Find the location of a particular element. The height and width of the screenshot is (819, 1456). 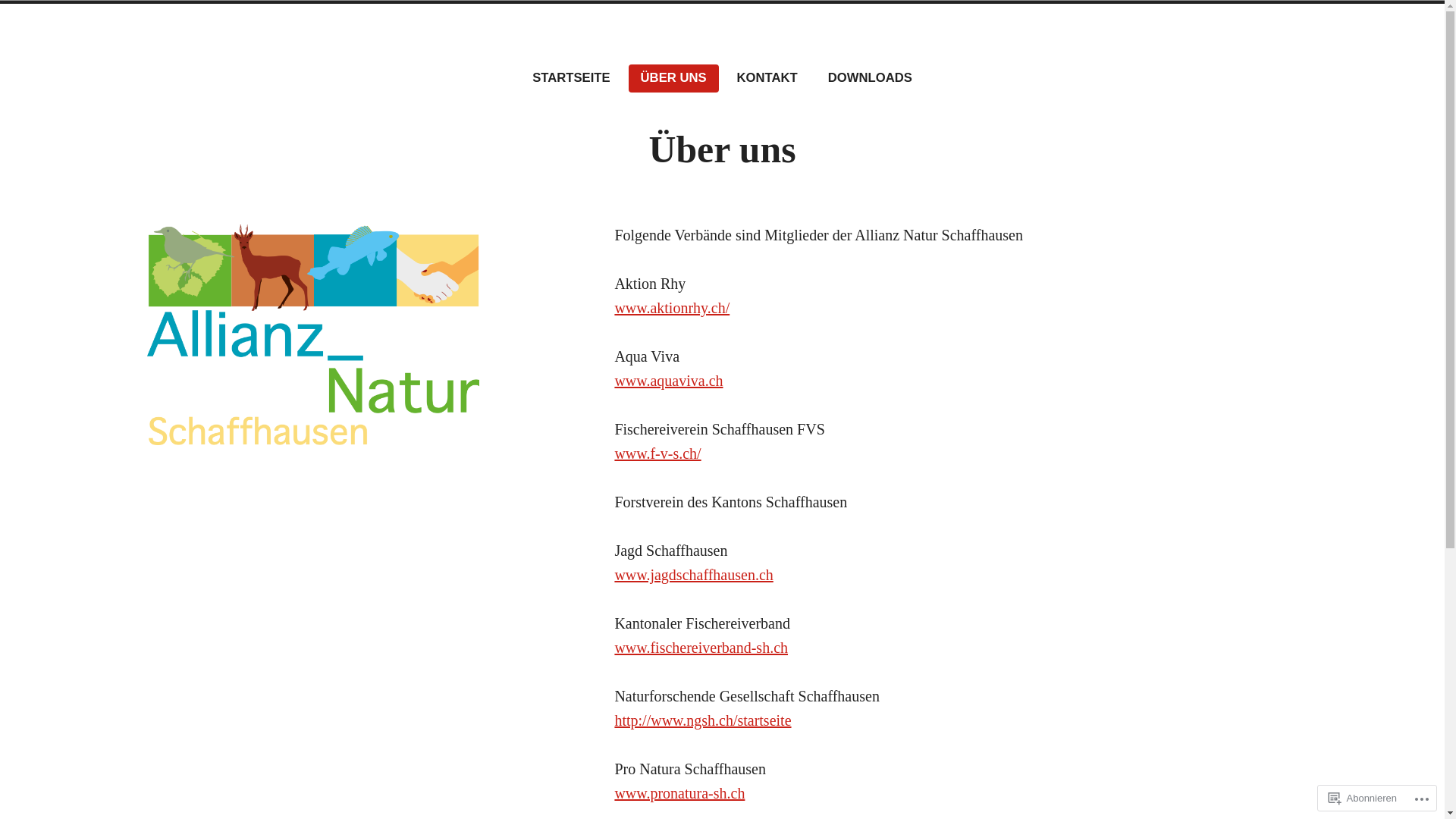

'Abonnieren' is located at coordinates (1363, 797).